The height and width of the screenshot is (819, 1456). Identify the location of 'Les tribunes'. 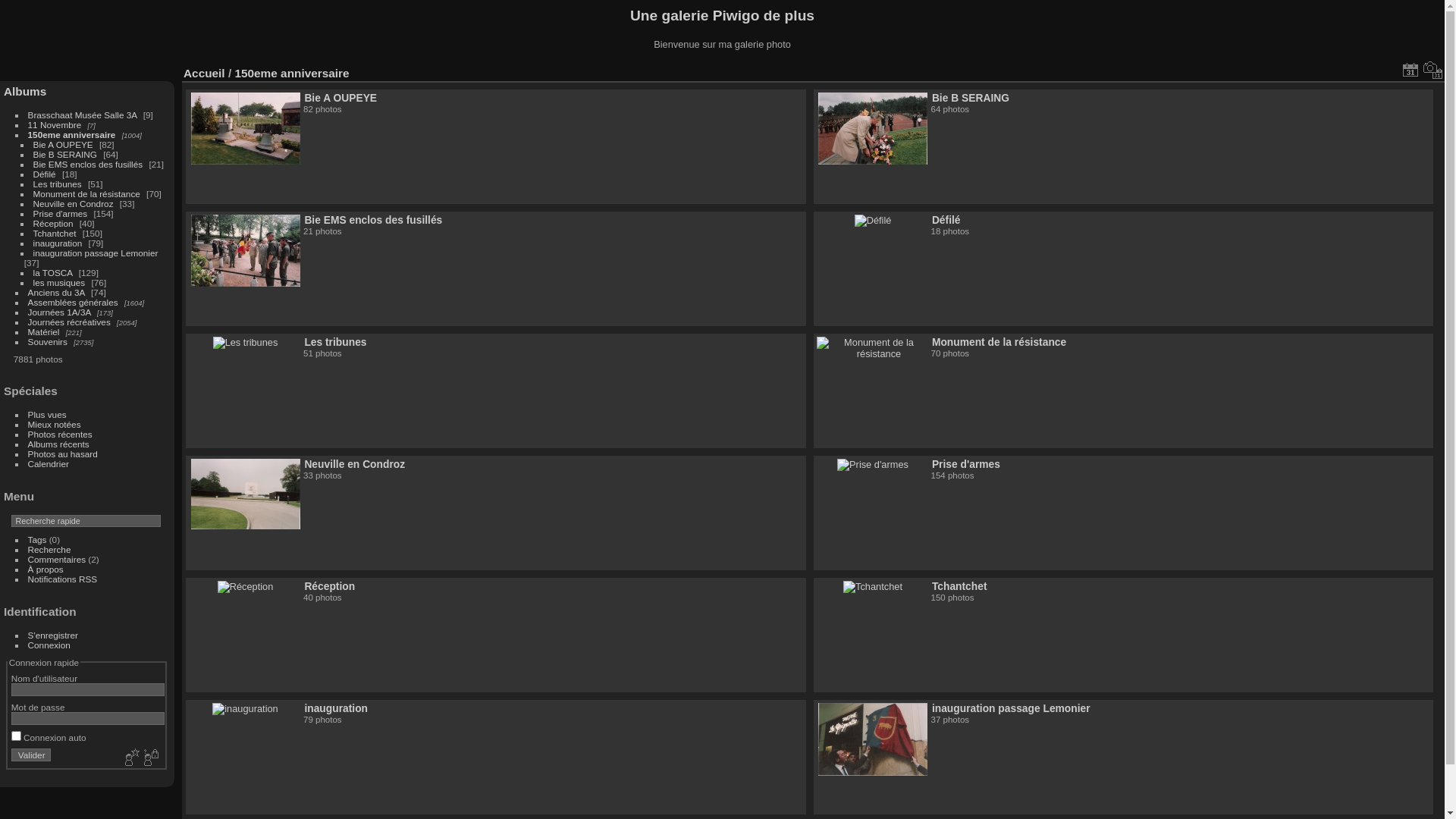
(334, 342).